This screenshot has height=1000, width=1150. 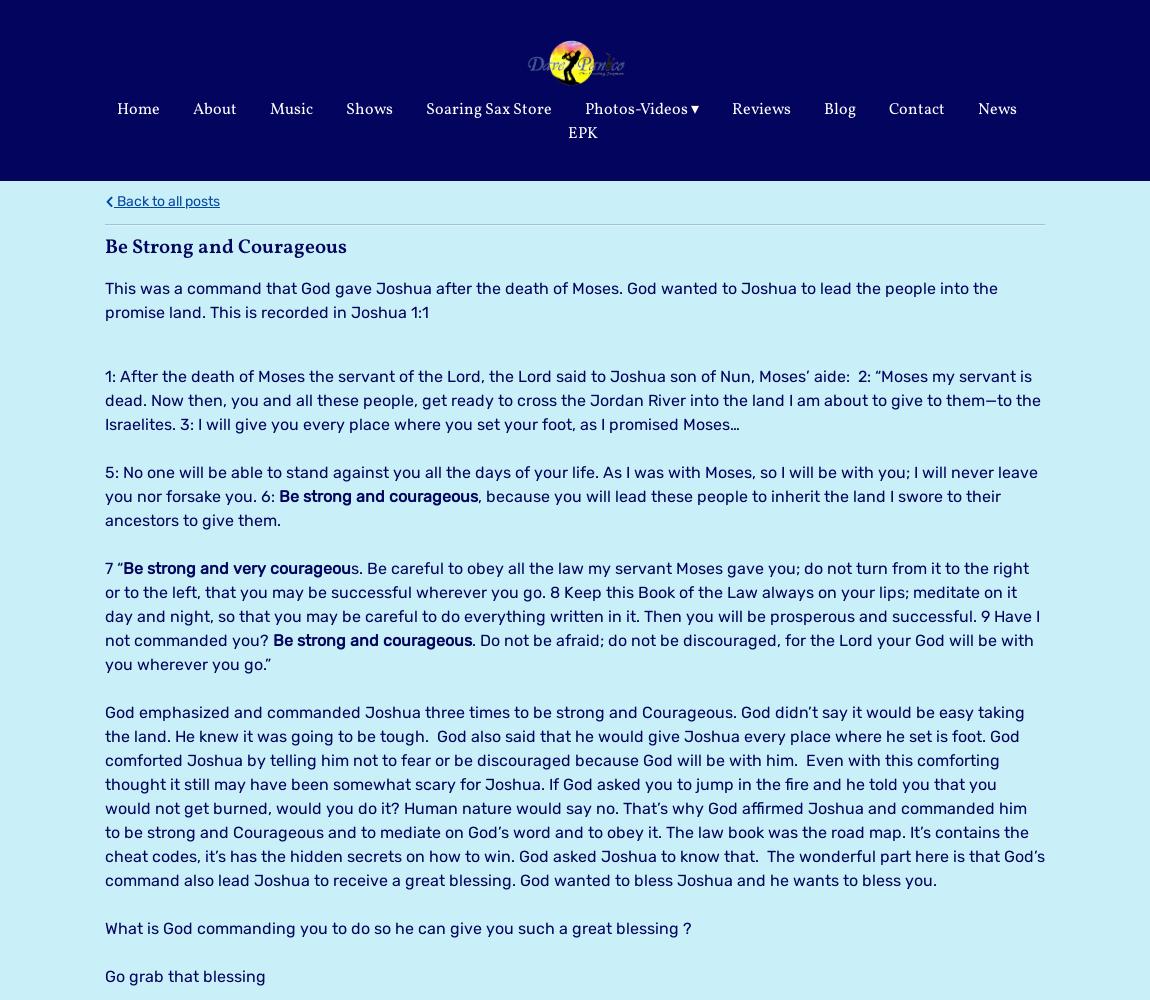 What do you see at coordinates (224, 246) in the screenshot?
I see `'Be Strong and Courageous'` at bounding box center [224, 246].